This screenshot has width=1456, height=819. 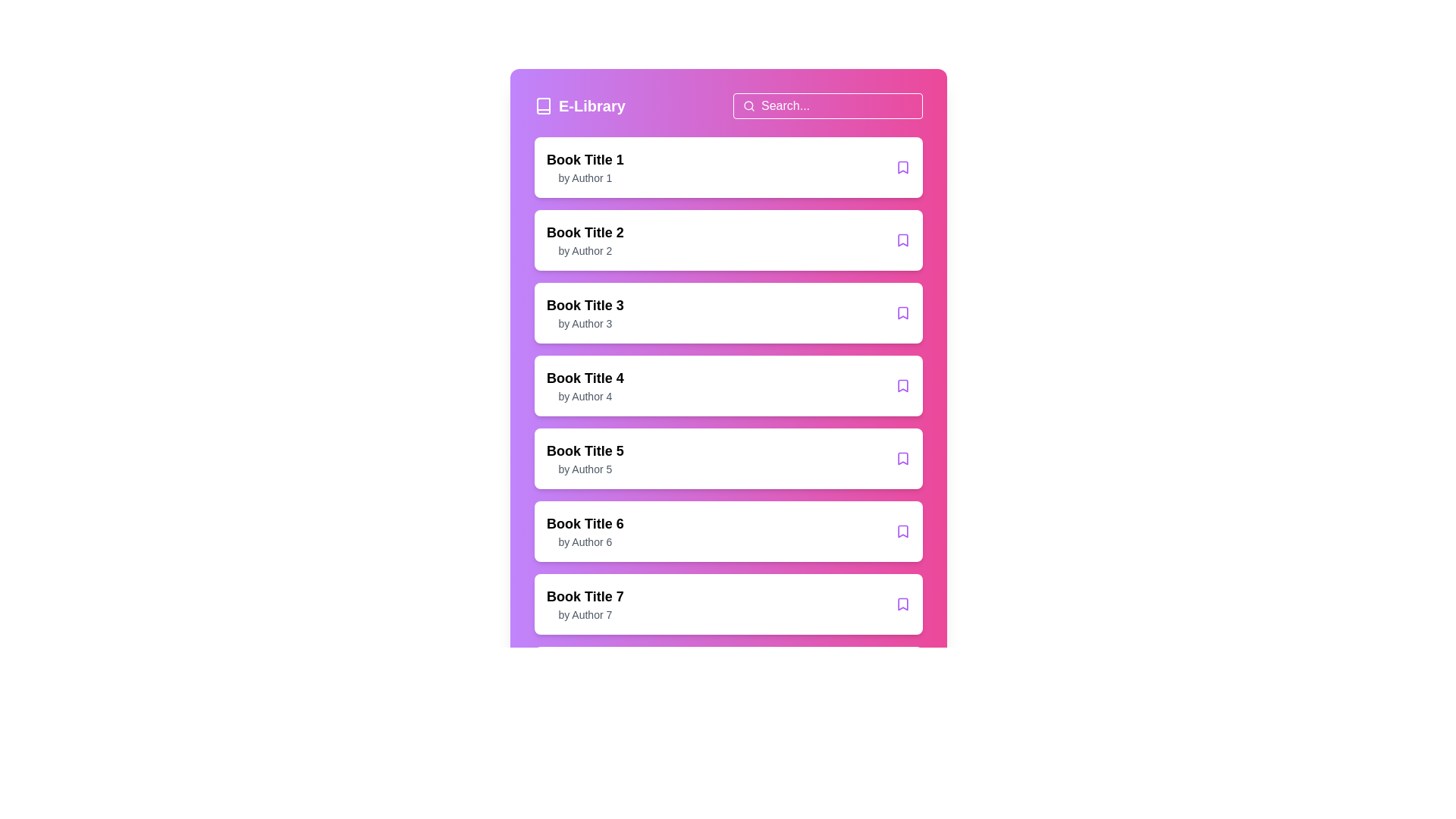 What do you see at coordinates (902, 385) in the screenshot?
I see `the bookmark icon located in the fourth row of the vertical list, adjacent to 'Book Title 4 by Author 4'` at bounding box center [902, 385].